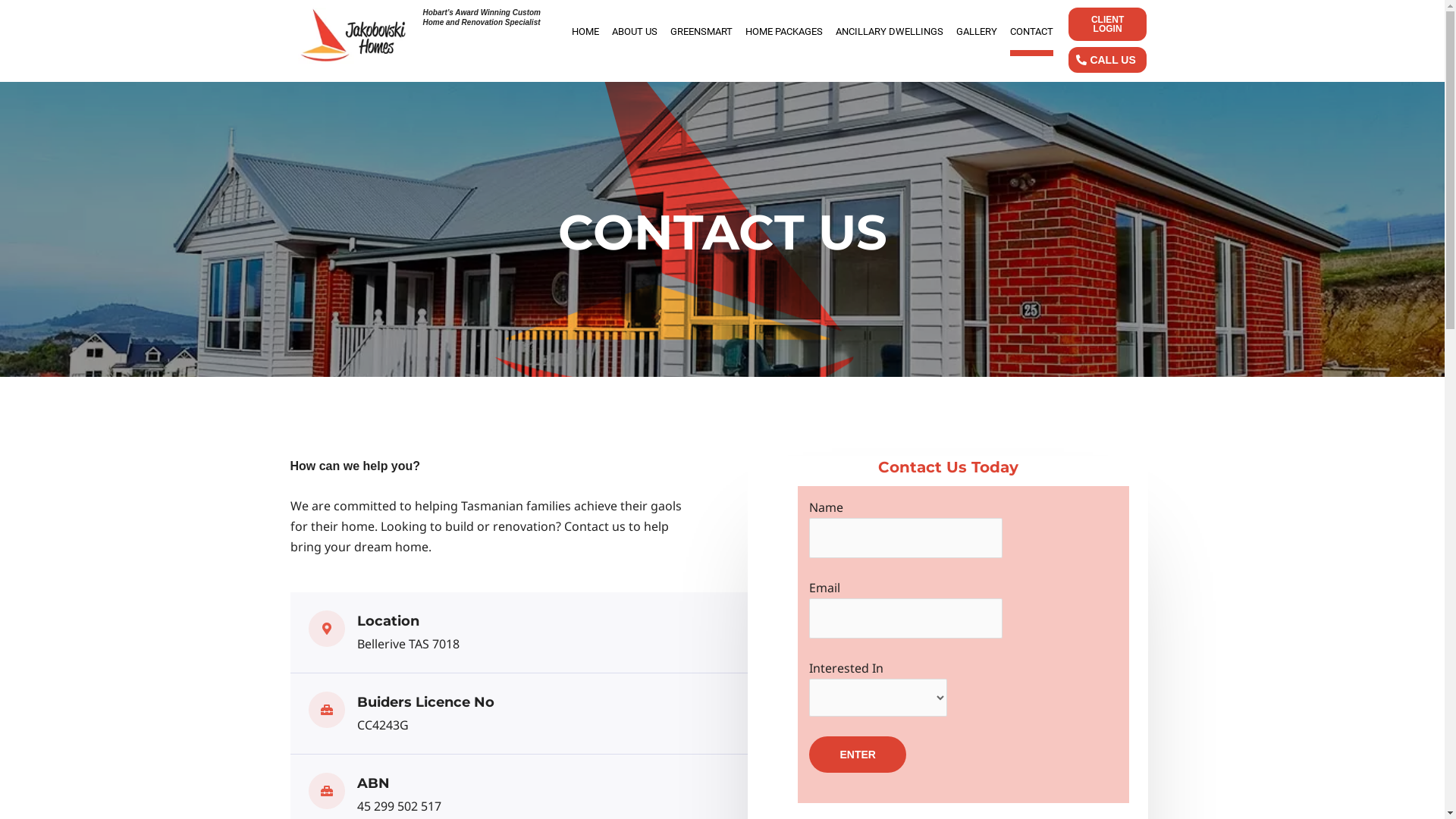 This screenshot has height=819, width=1456. I want to click on 'CALL US', so click(1106, 58).